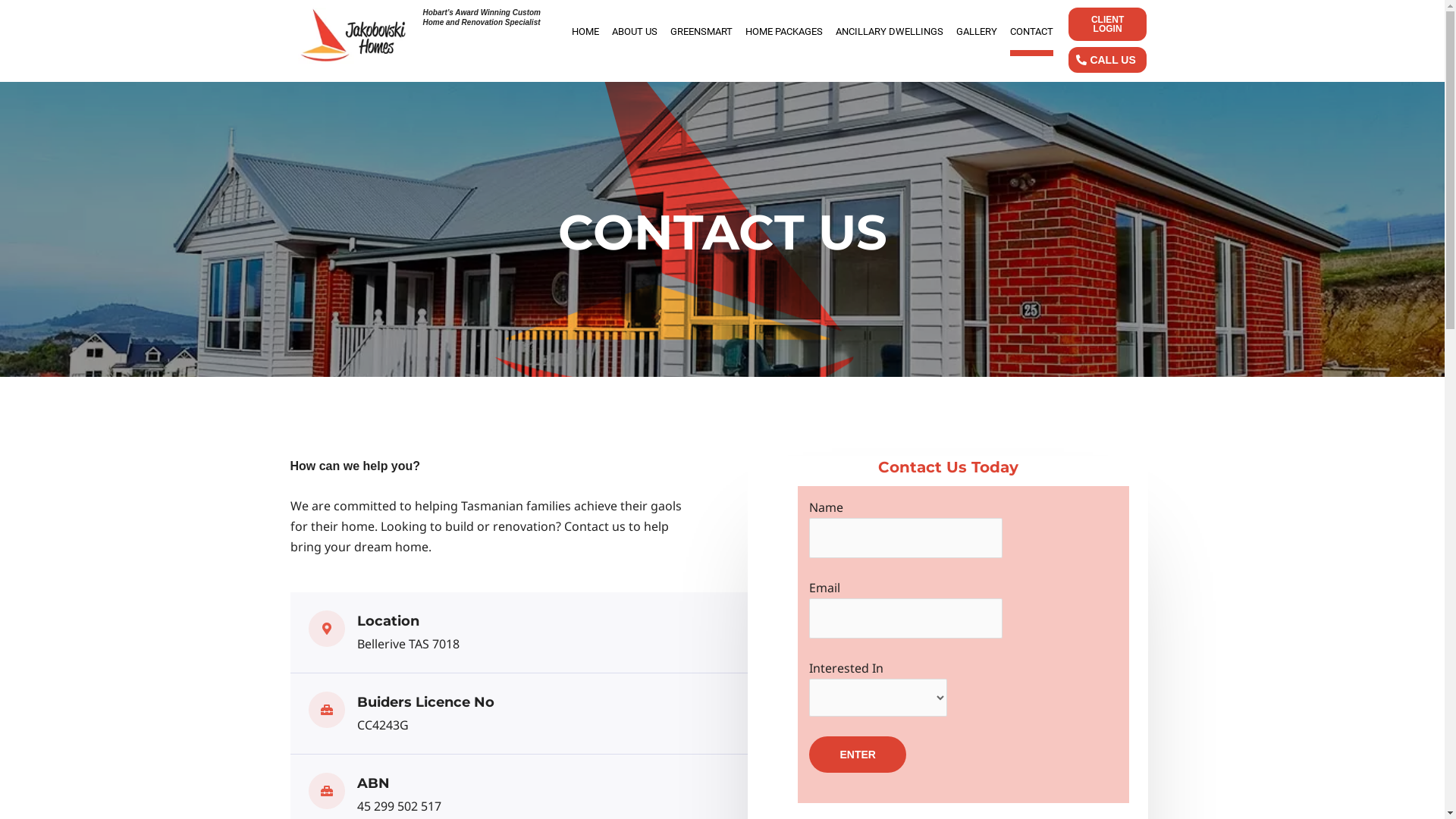 This screenshot has height=819, width=1456. I want to click on 'CALL US', so click(1106, 58).